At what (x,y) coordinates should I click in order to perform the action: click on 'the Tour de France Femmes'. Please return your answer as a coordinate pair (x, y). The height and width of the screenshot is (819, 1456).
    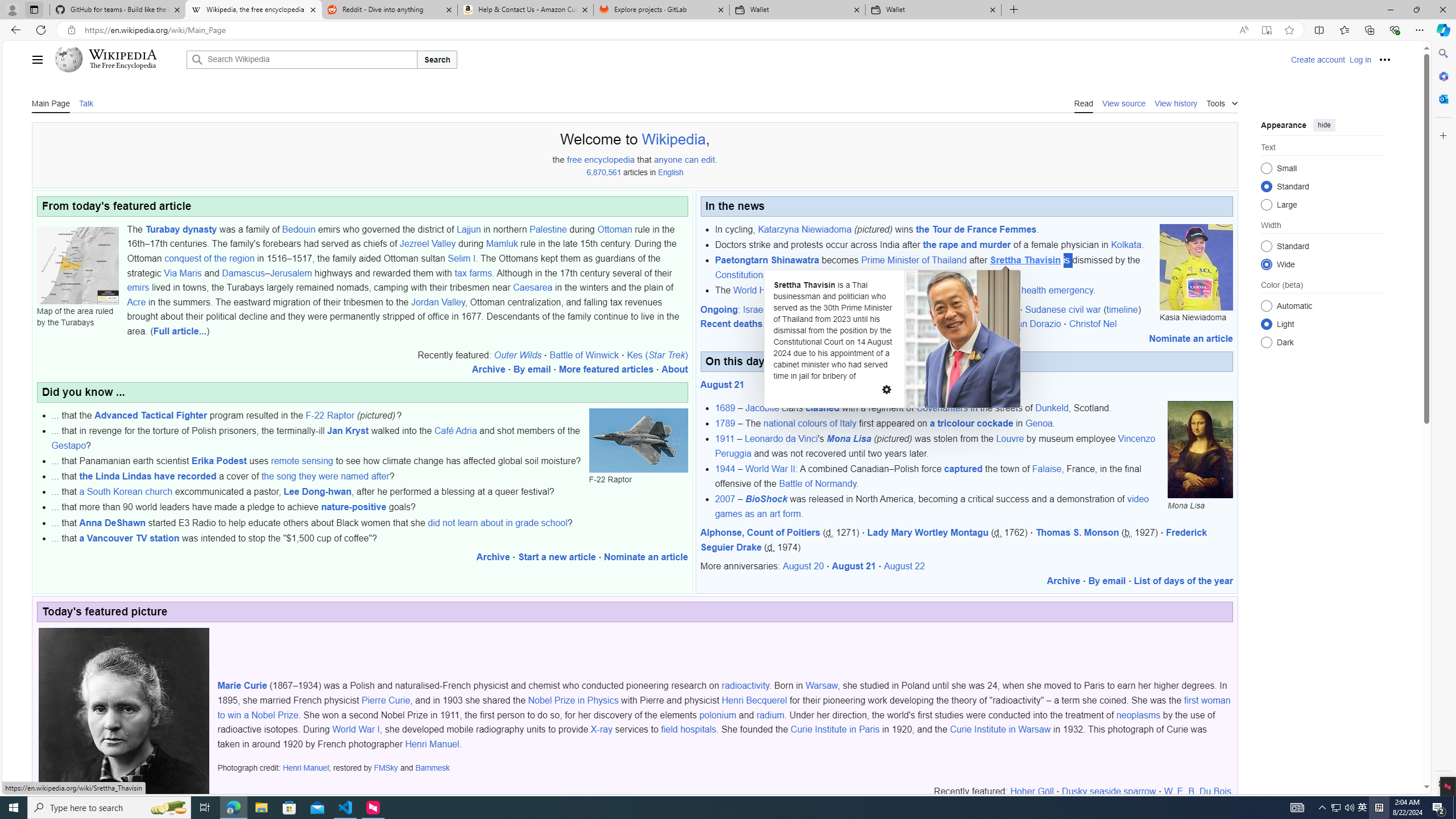
    Looking at the image, I should click on (976, 229).